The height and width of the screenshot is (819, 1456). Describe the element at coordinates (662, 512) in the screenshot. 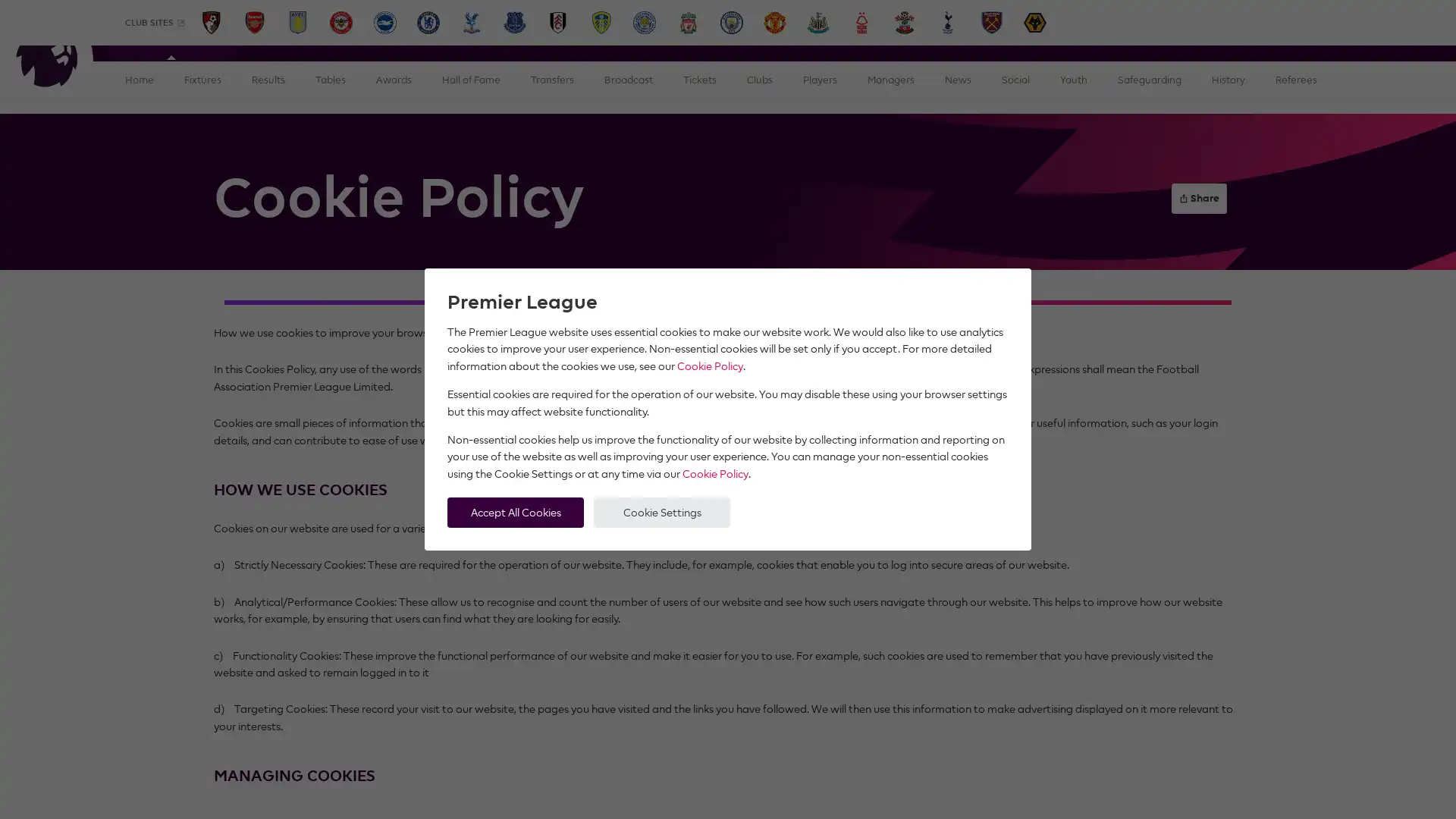

I see `Cookie Settings` at that location.